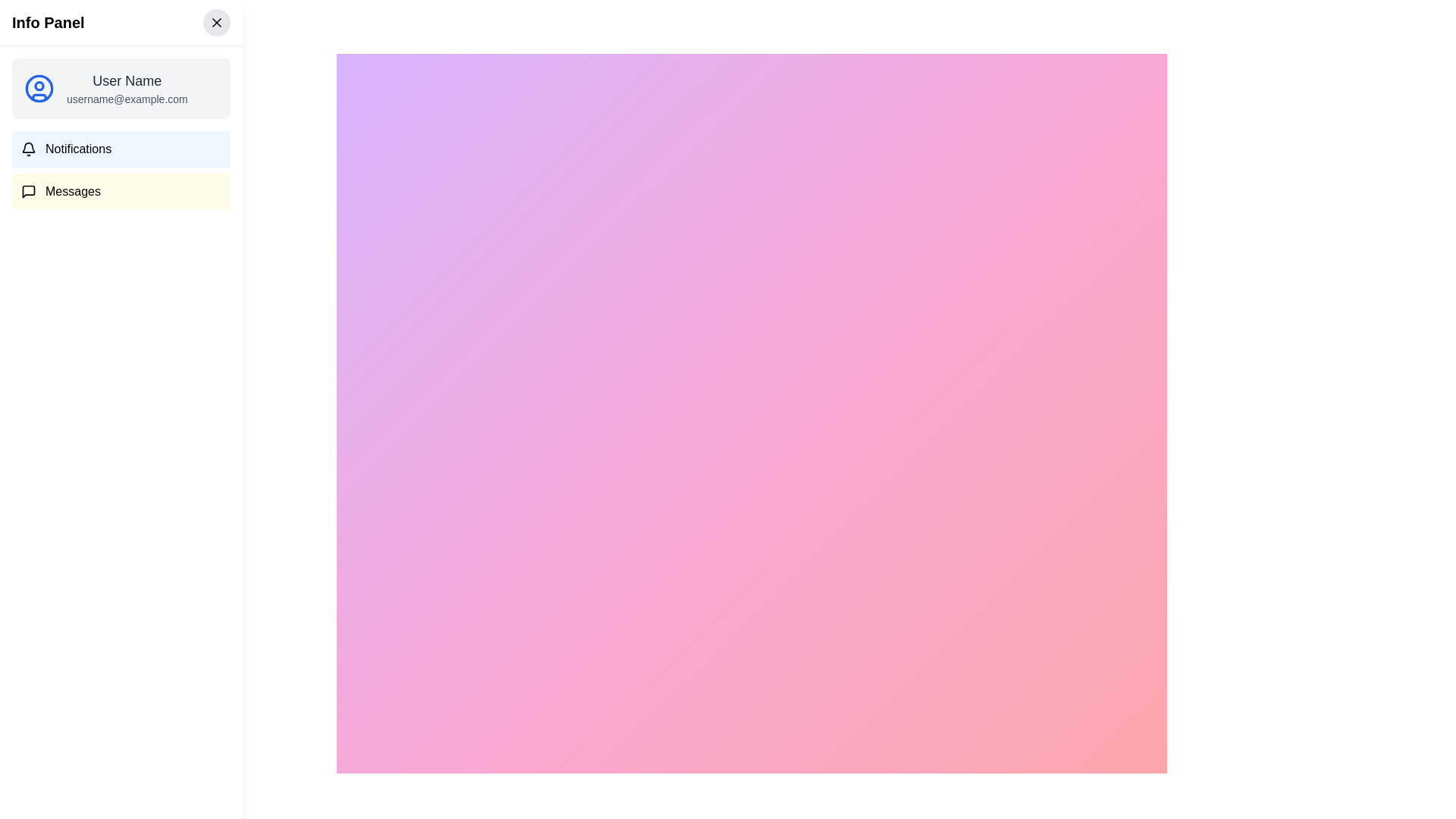  What do you see at coordinates (39, 88) in the screenshot?
I see `the blue decorative circle within the user profile icon located in the top-left section of the interface` at bounding box center [39, 88].